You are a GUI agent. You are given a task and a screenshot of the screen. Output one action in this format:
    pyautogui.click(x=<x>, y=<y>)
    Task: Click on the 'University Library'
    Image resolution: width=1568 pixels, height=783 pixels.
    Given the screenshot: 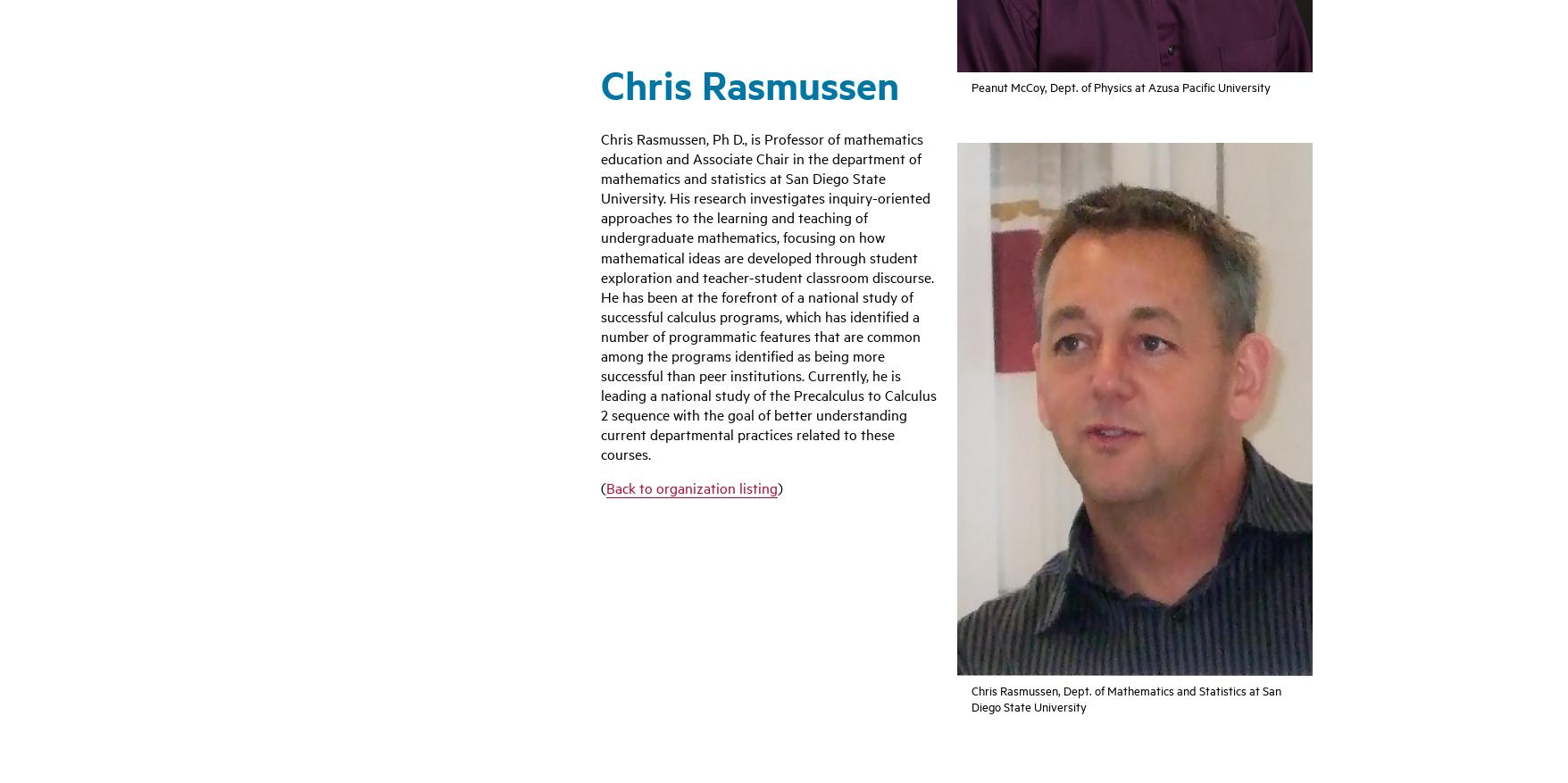 What is the action you would take?
    pyautogui.click(x=855, y=468)
    